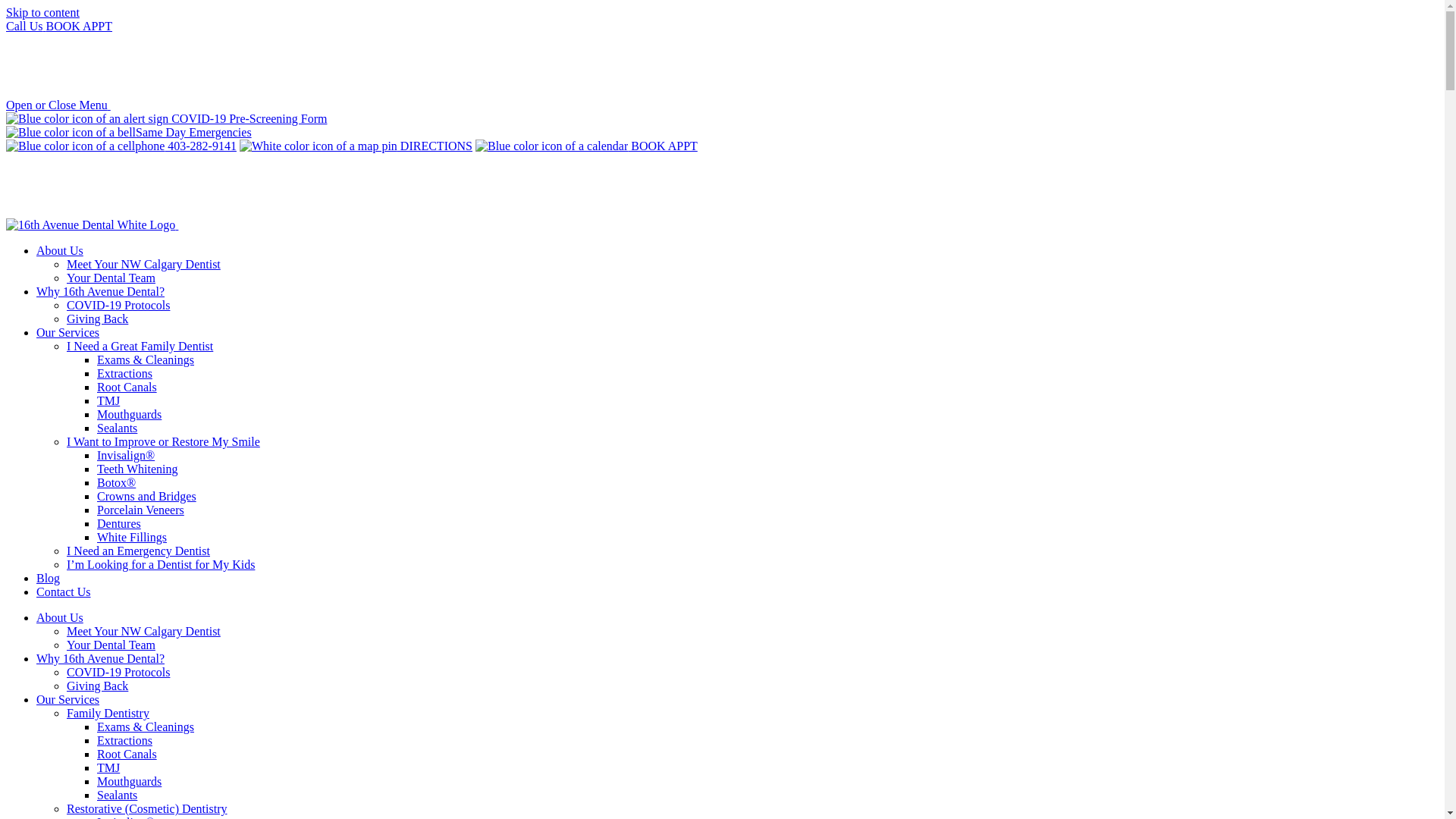 Image resolution: width=1456 pixels, height=819 pixels. Describe the element at coordinates (62, 591) in the screenshot. I see `'Contact Us'` at that location.